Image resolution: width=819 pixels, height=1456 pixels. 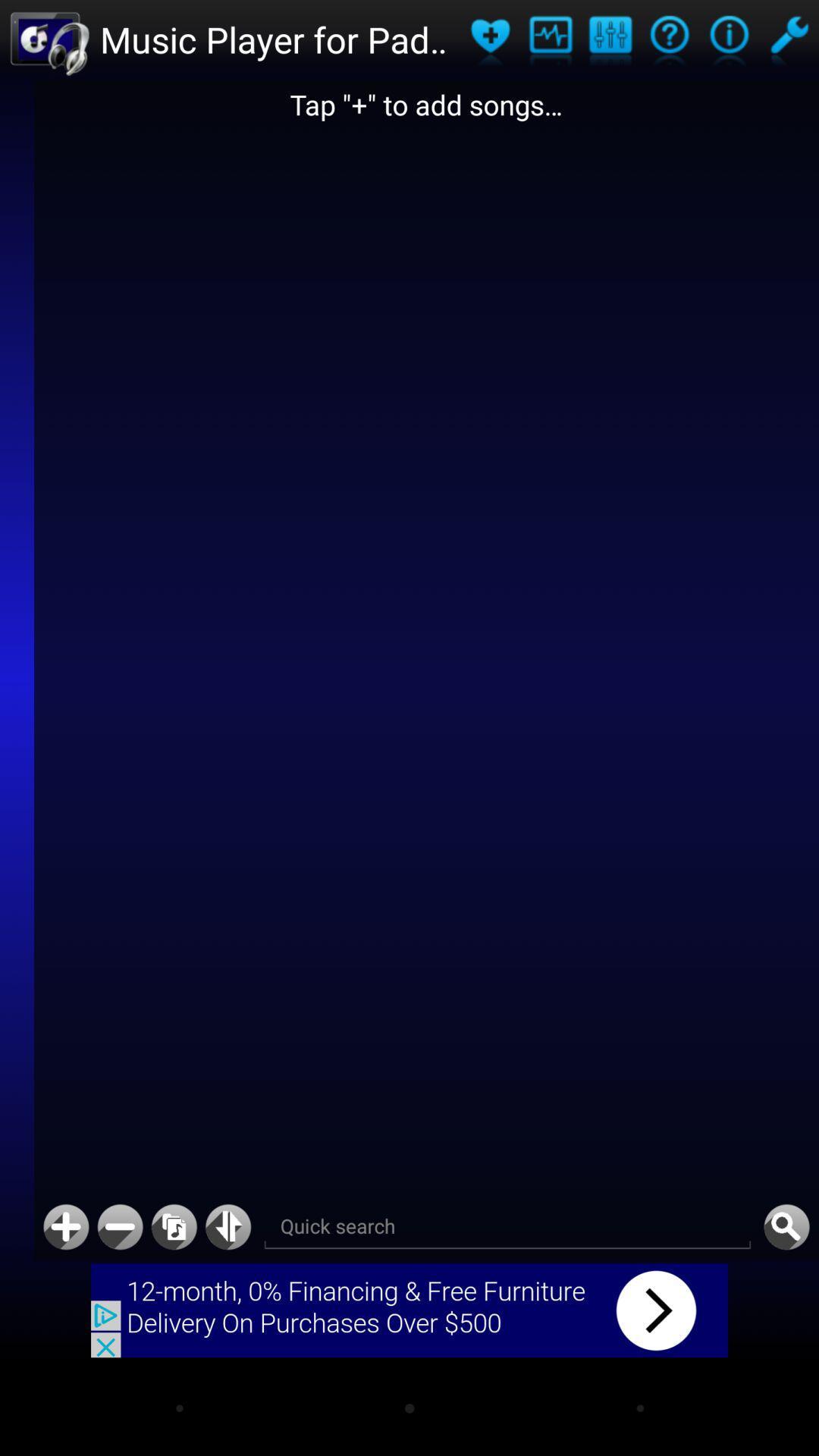 What do you see at coordinates (119, 1227) in the screenshot?
I see `minimize maximize minus plus` at bounding box center [119, 1227].